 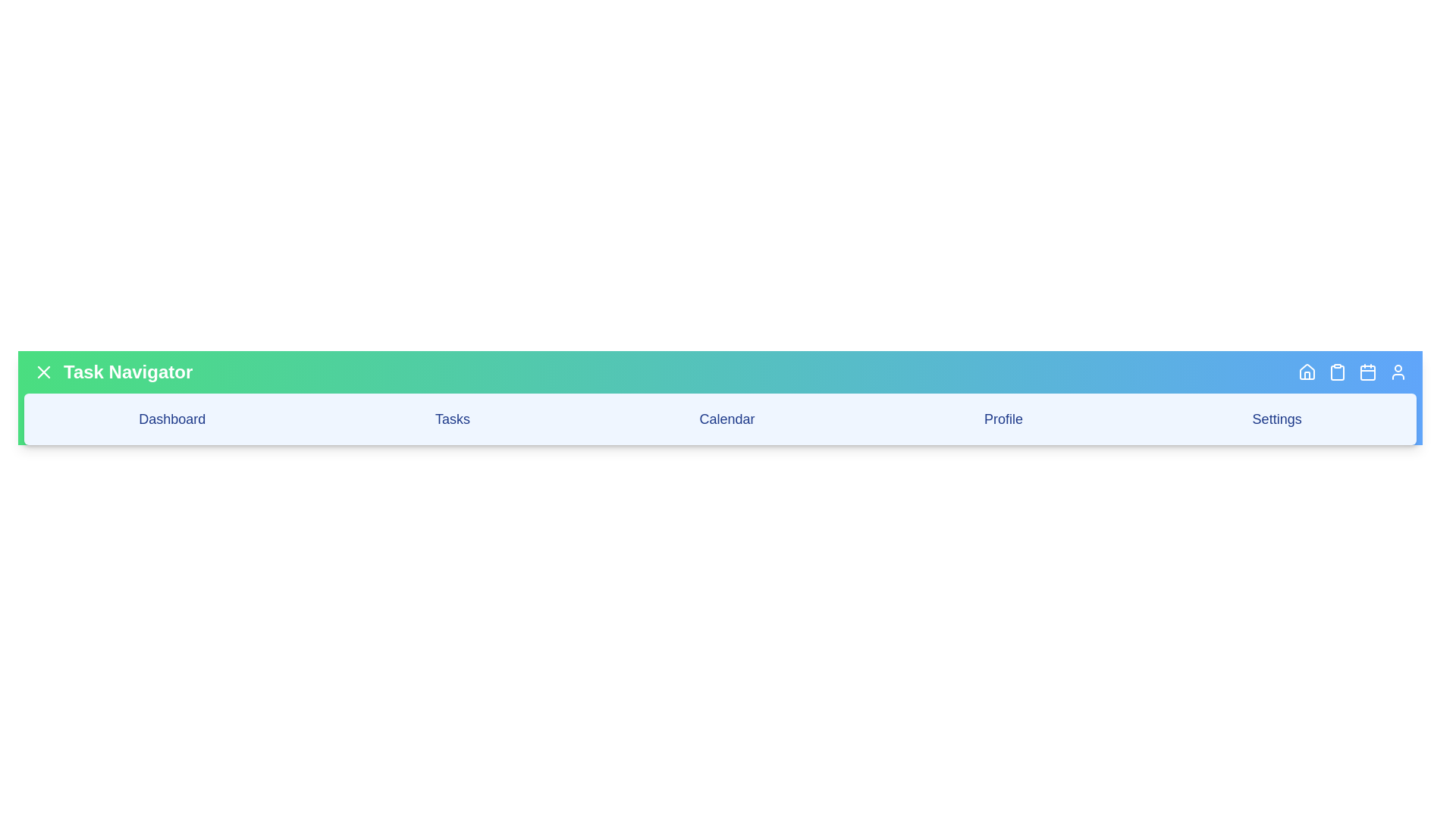 I want to click on the menu button to toggle the menu visibility, so click(x=43, y=372).